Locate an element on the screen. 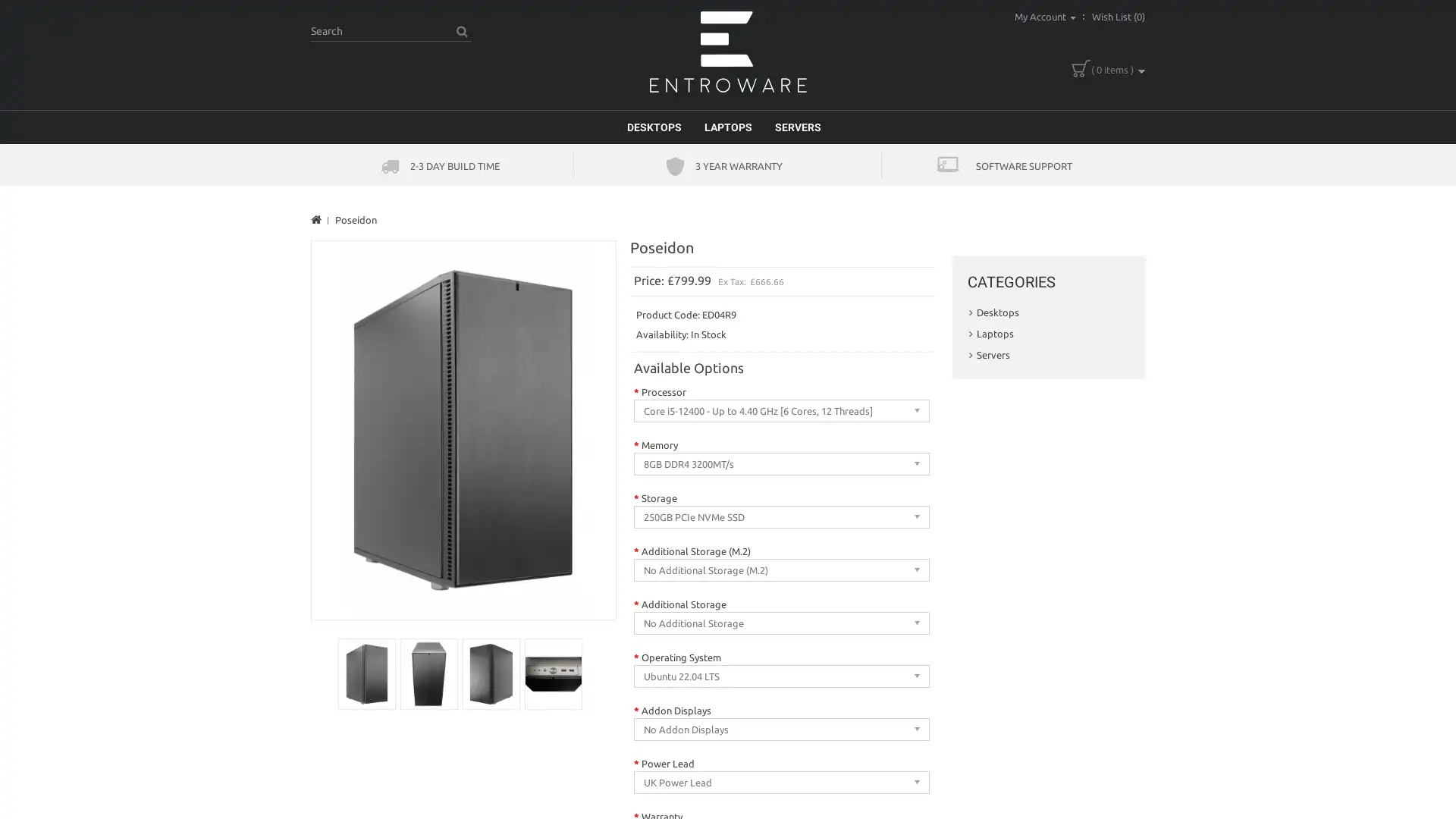  ( 0 items ) is located at coordinates (1108, 69).